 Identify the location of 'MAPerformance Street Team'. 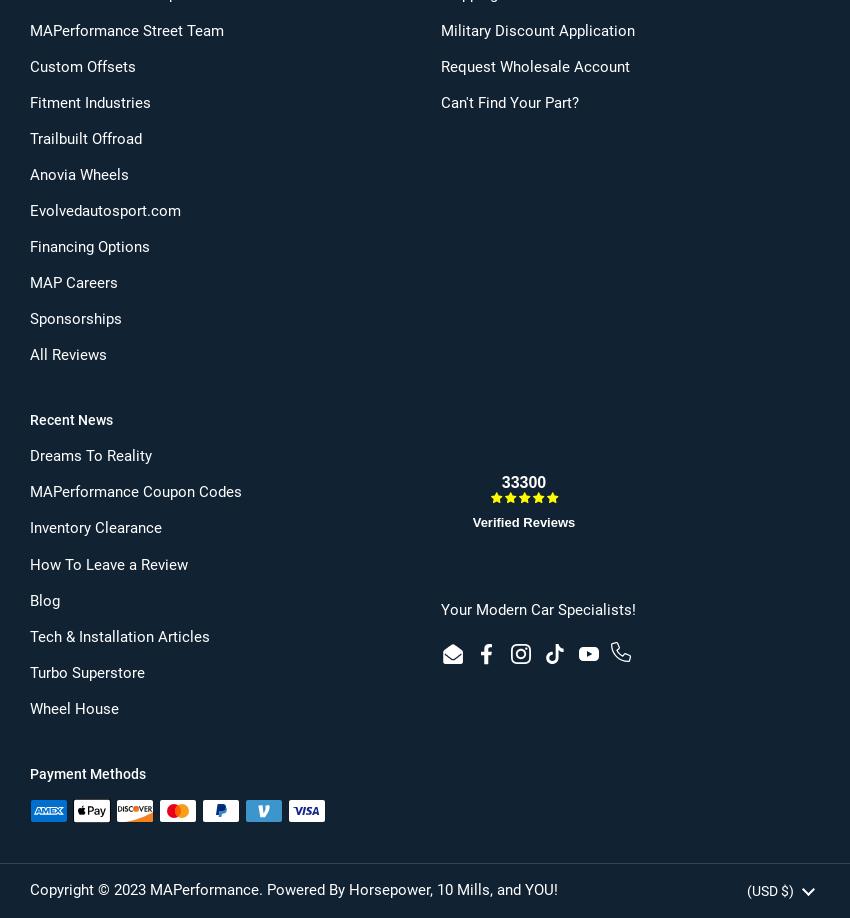
(125, 30).